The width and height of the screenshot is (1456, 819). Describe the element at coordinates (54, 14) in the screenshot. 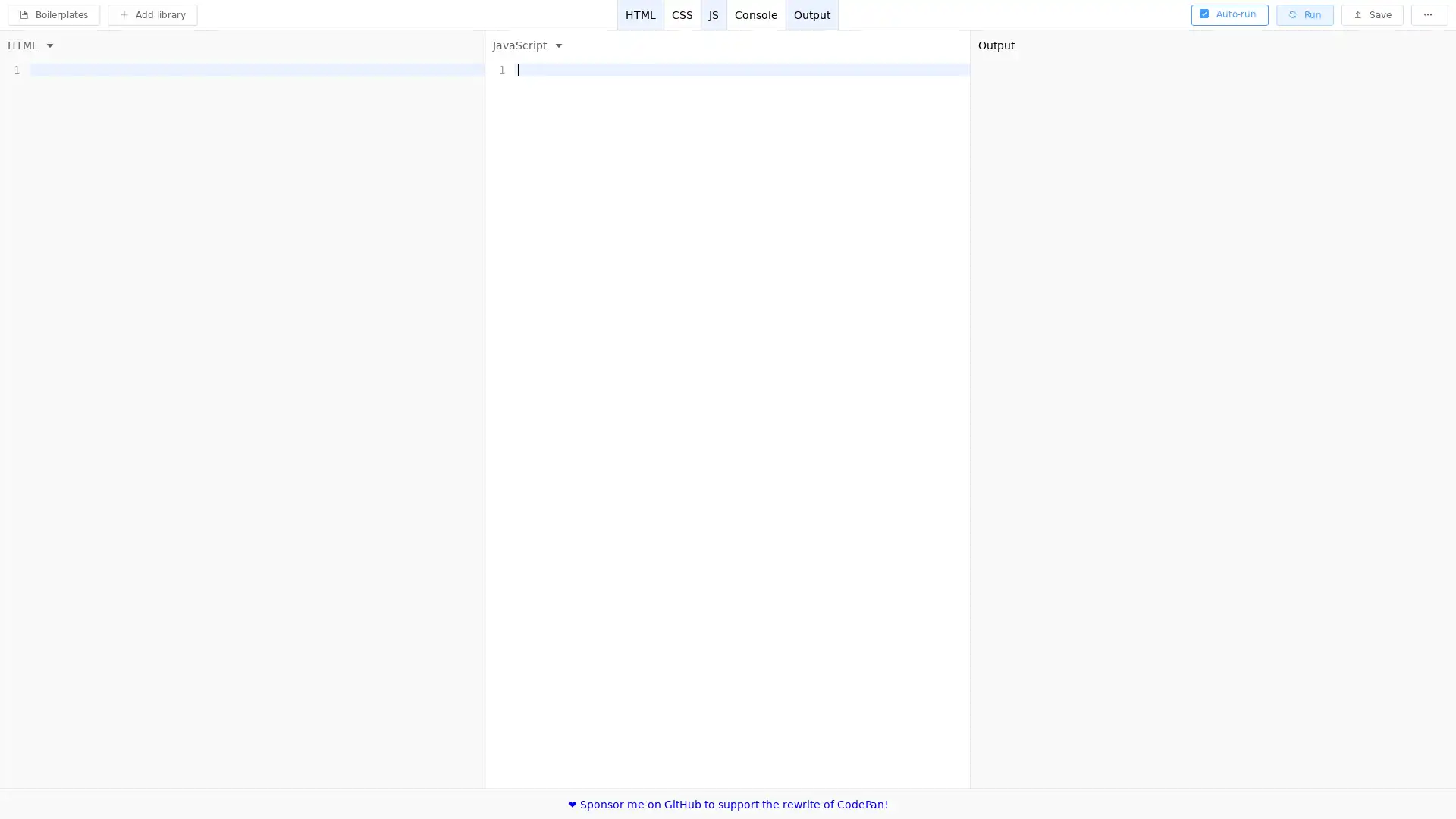

I see `Boilerplates` at that location.